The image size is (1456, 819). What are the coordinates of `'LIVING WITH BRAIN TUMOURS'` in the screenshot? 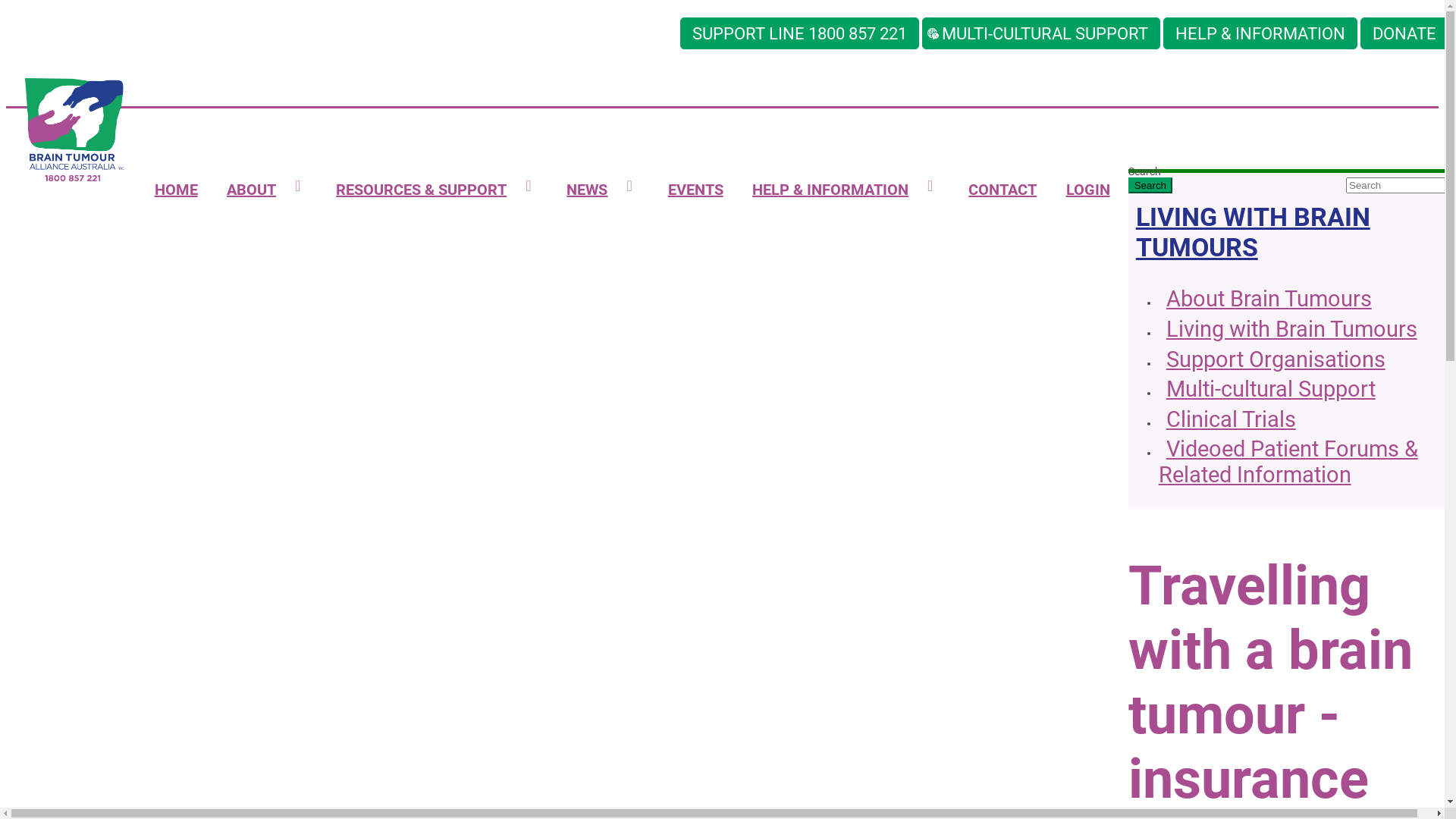 It's located at (1253, 231).